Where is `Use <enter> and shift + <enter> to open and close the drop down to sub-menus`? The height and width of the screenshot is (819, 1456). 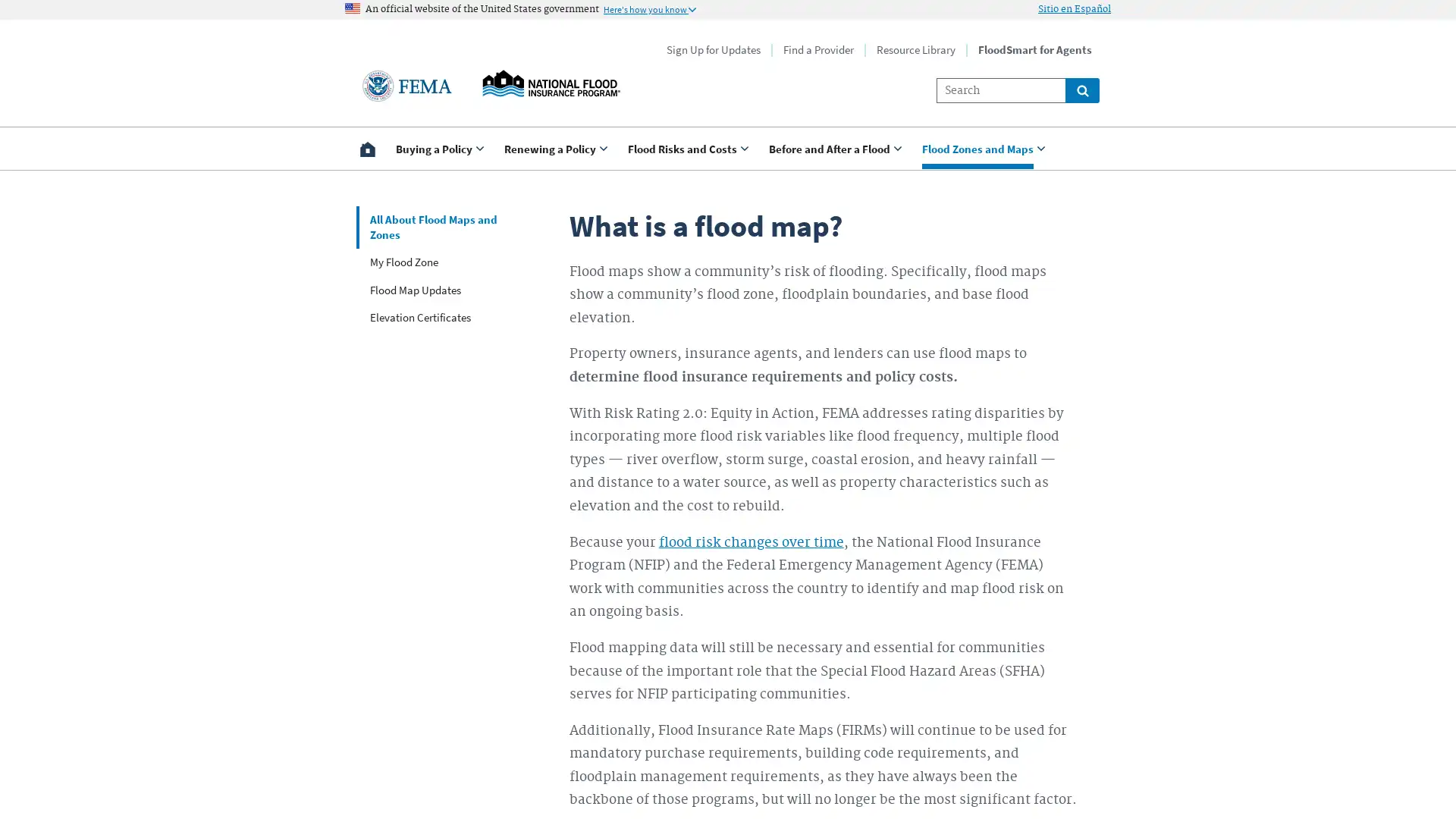 Use <enter> and shift + <enter> to open and close the drop down to sub-menus is located at coordinates (557, 148).